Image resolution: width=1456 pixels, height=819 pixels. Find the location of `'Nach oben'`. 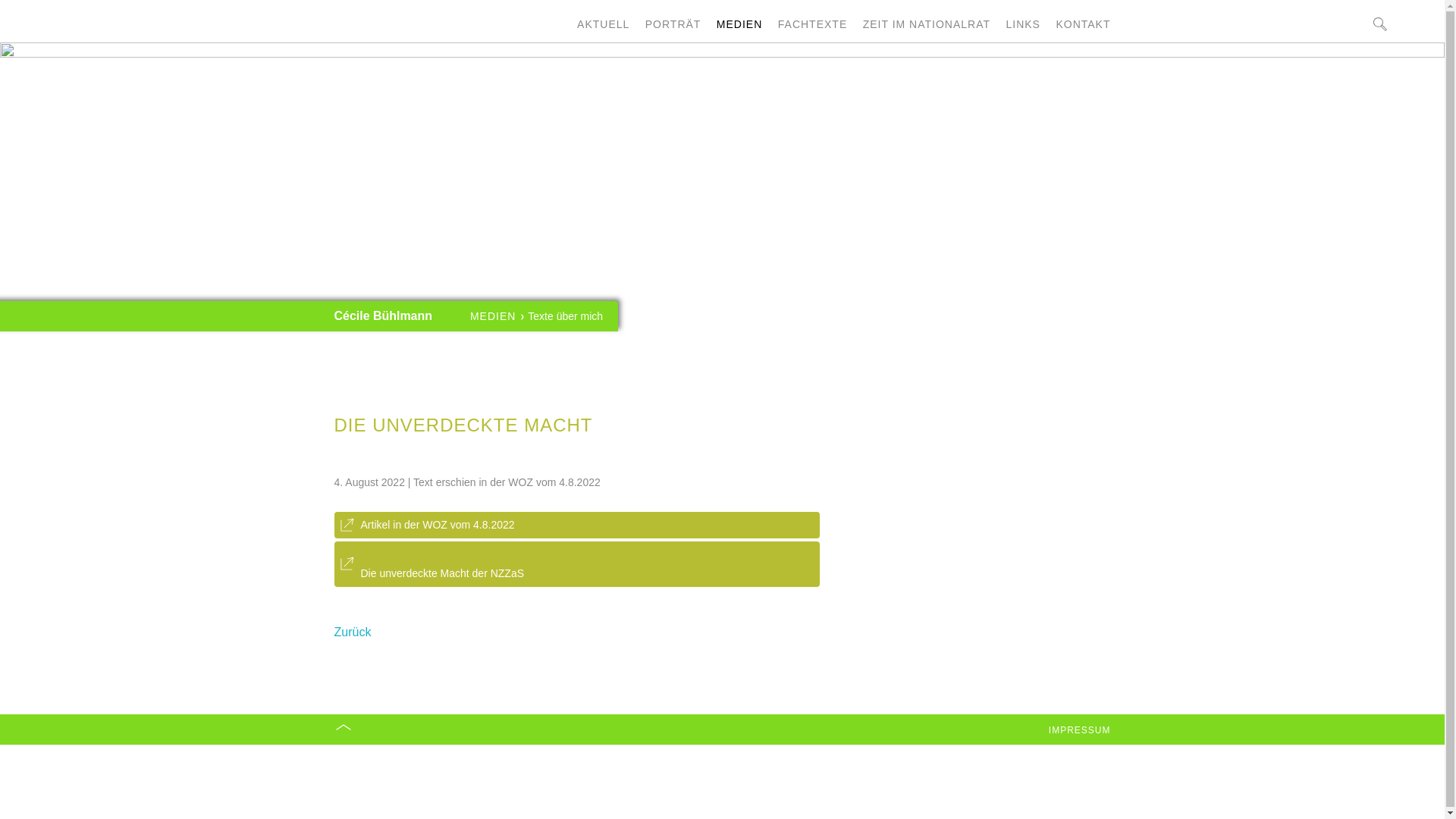

'Nach oben' is located at coordinates (341, 728).